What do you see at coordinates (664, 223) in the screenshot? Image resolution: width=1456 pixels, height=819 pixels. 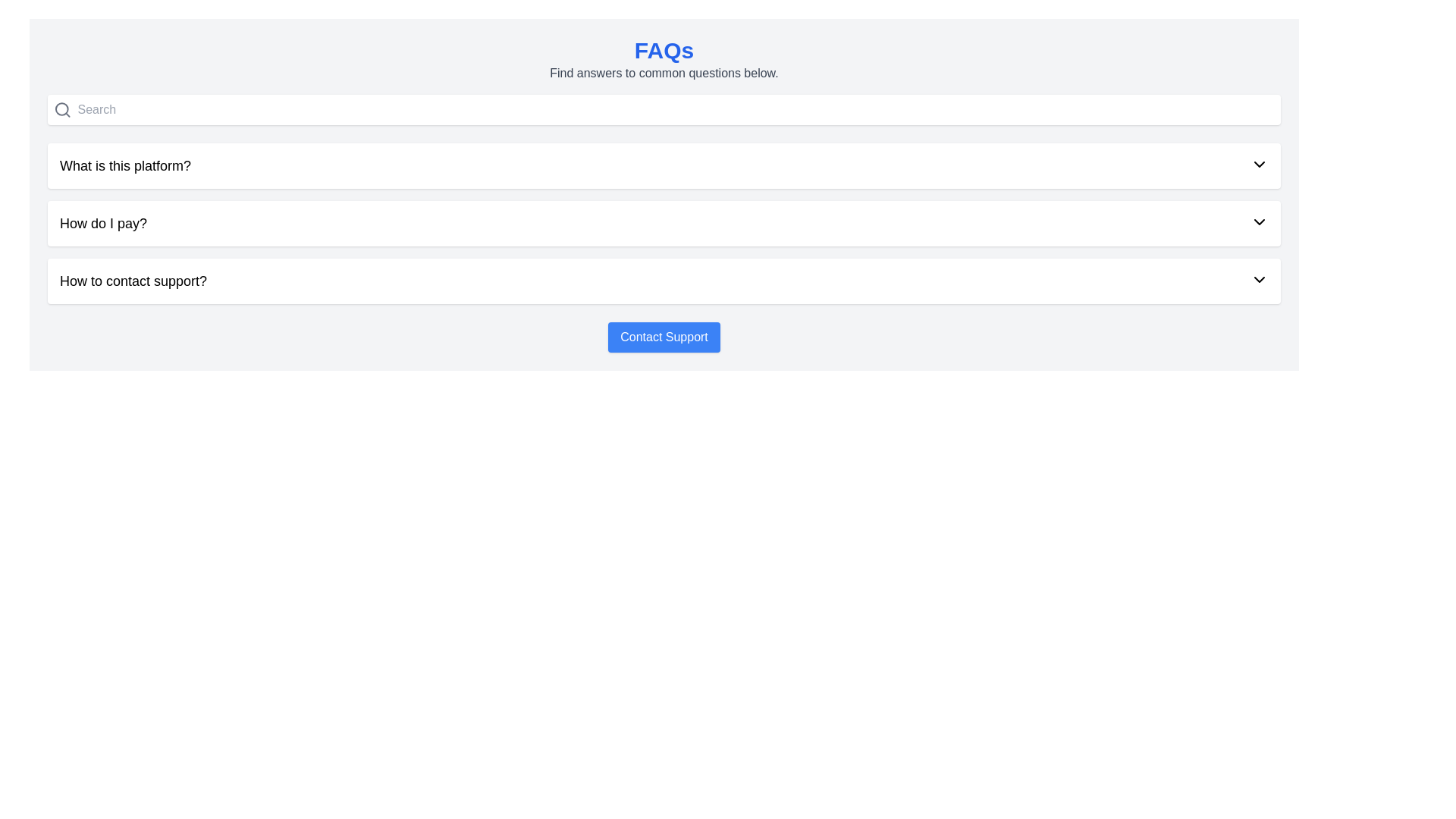 I see `the dropdown item associated with the 'How do I pay?' question` at bounding box center [664, 223].